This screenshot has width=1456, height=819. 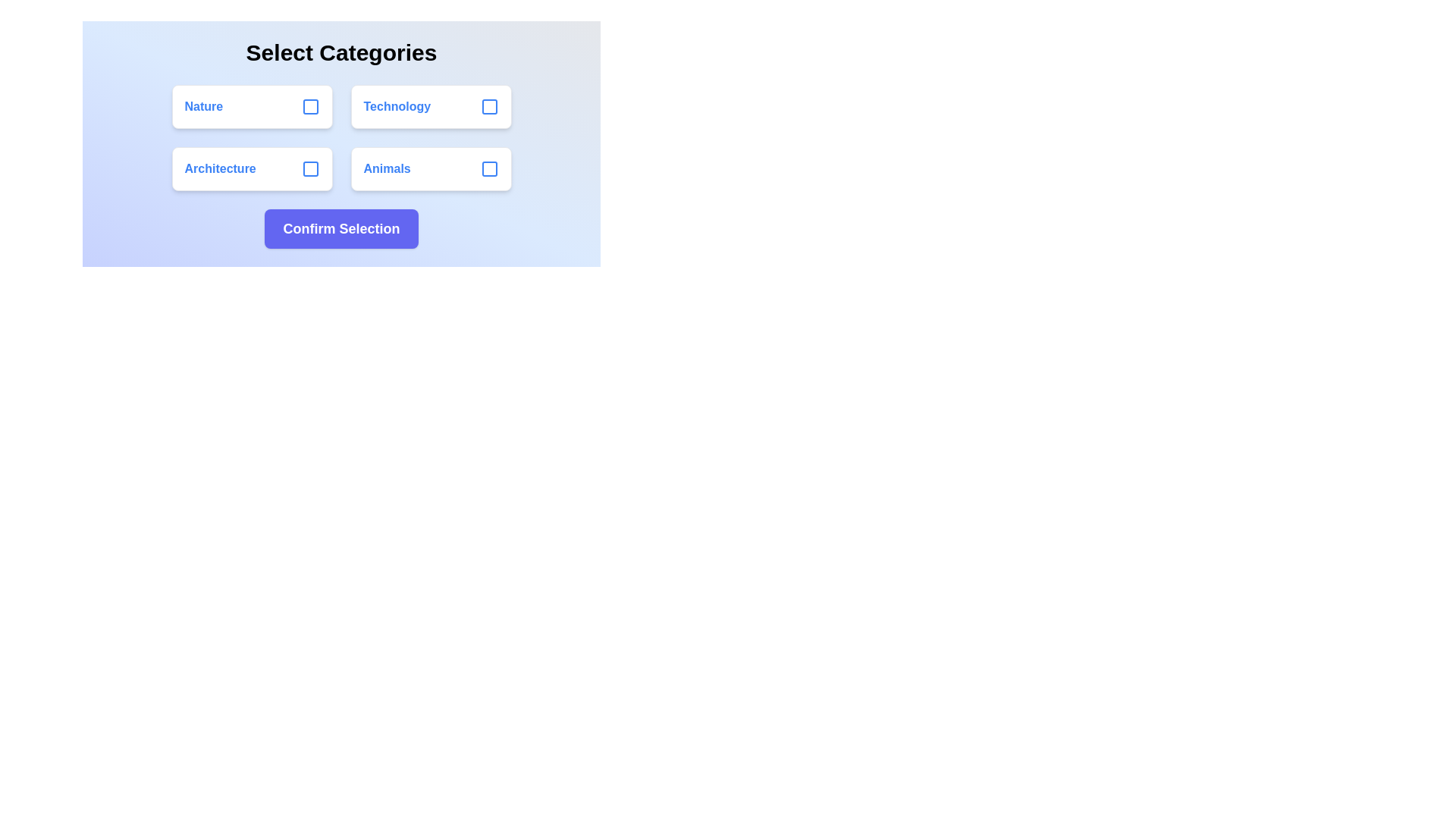 I want to click on the 'Confirm Selection' button to finalize the selection, so click(x=340, y=228).